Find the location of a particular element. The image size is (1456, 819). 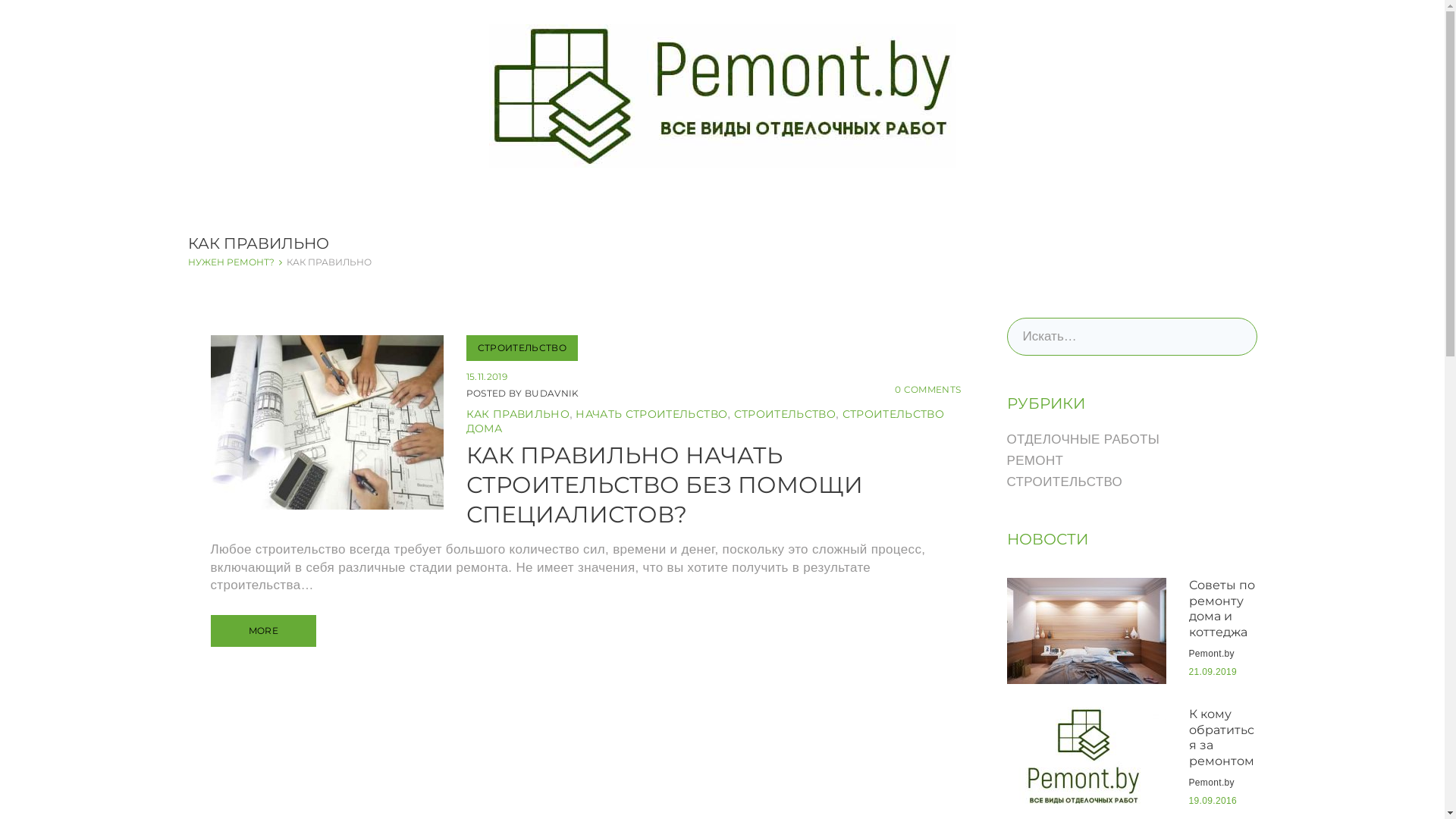

'21.09.2019' is located at coordinates (1212, 671).